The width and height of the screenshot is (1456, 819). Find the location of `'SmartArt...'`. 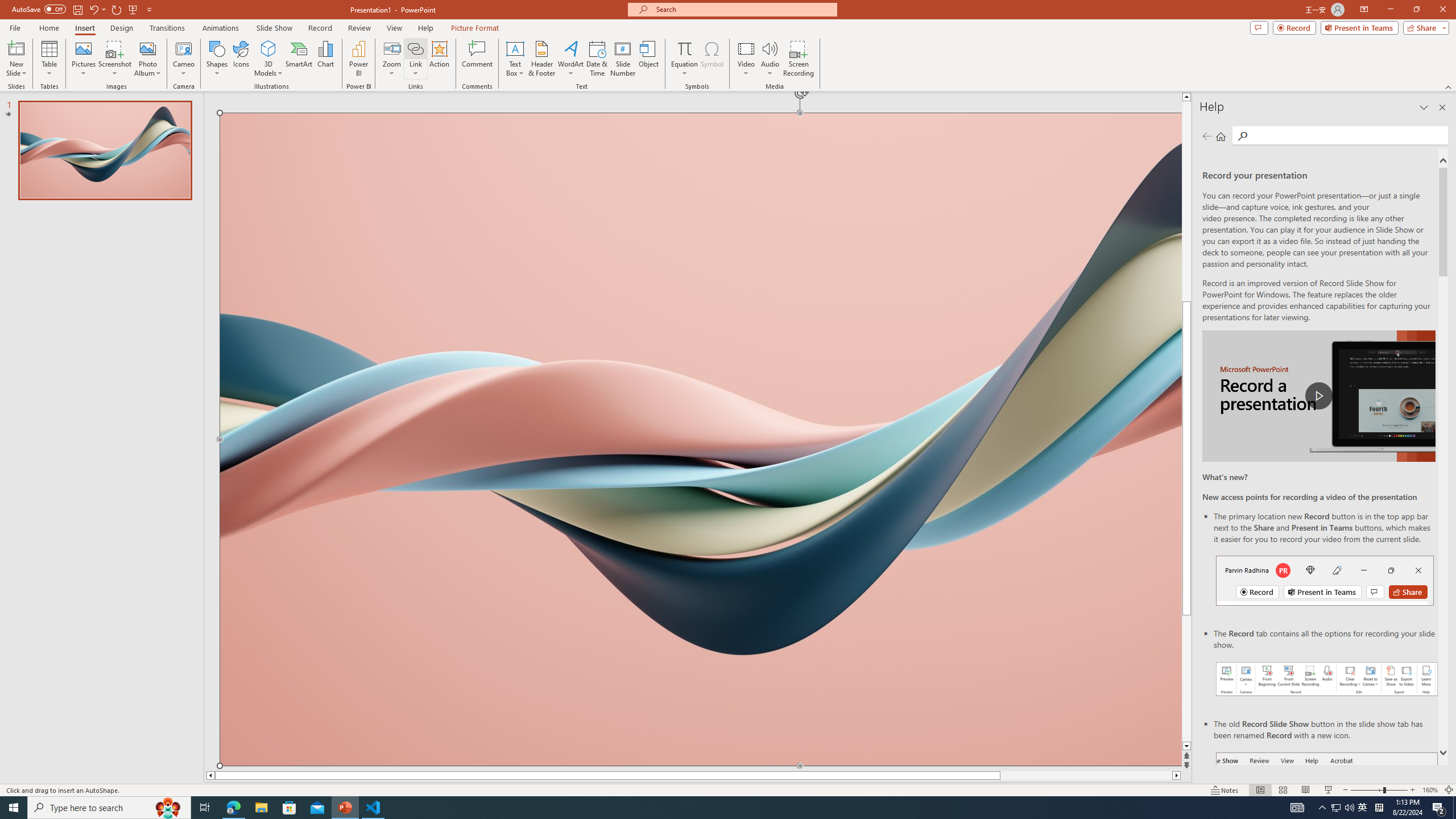

'SmartArt...' is located at coordinates (299, 59).